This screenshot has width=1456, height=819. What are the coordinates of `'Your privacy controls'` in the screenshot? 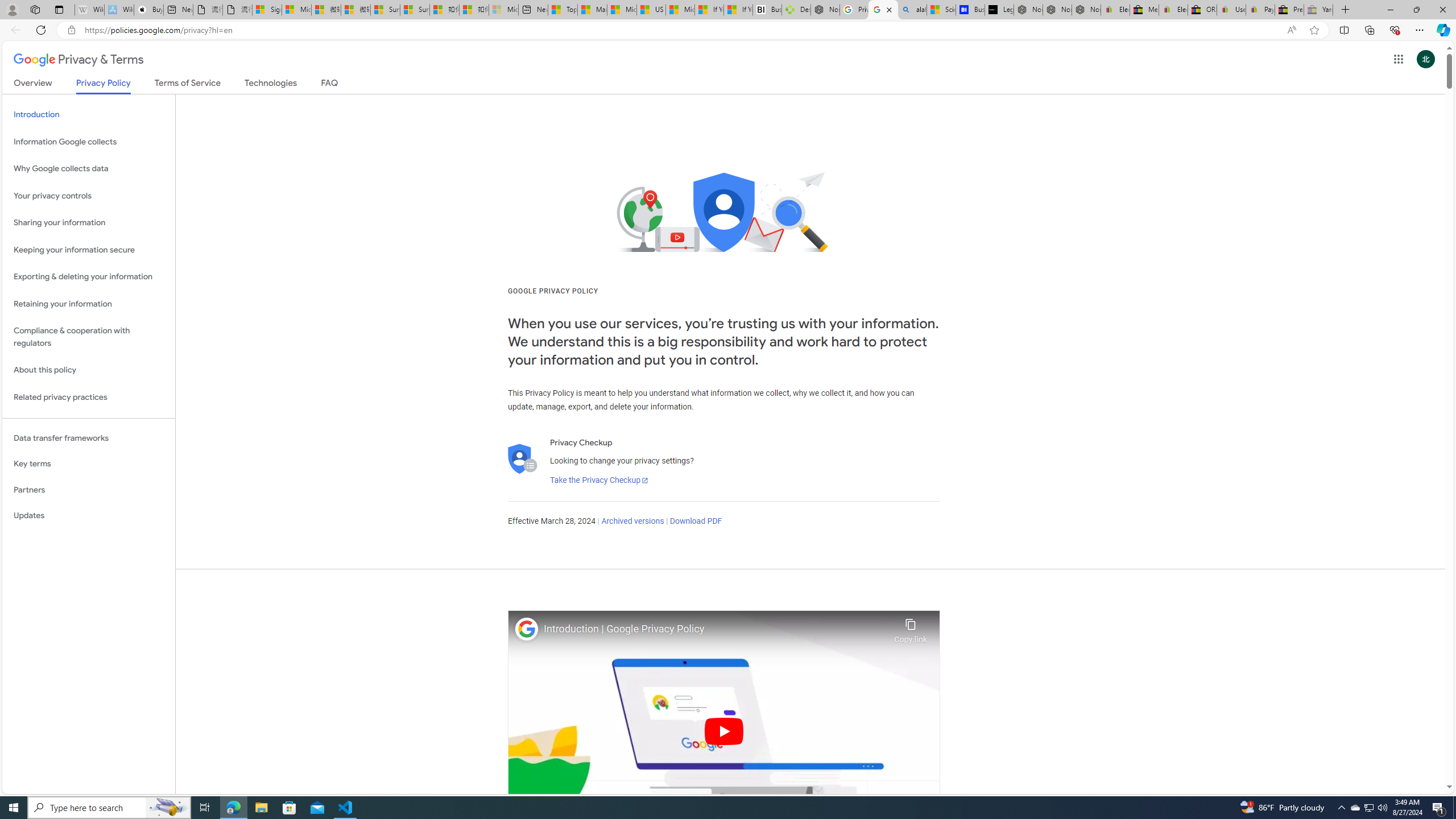 It's located at (88, 196).